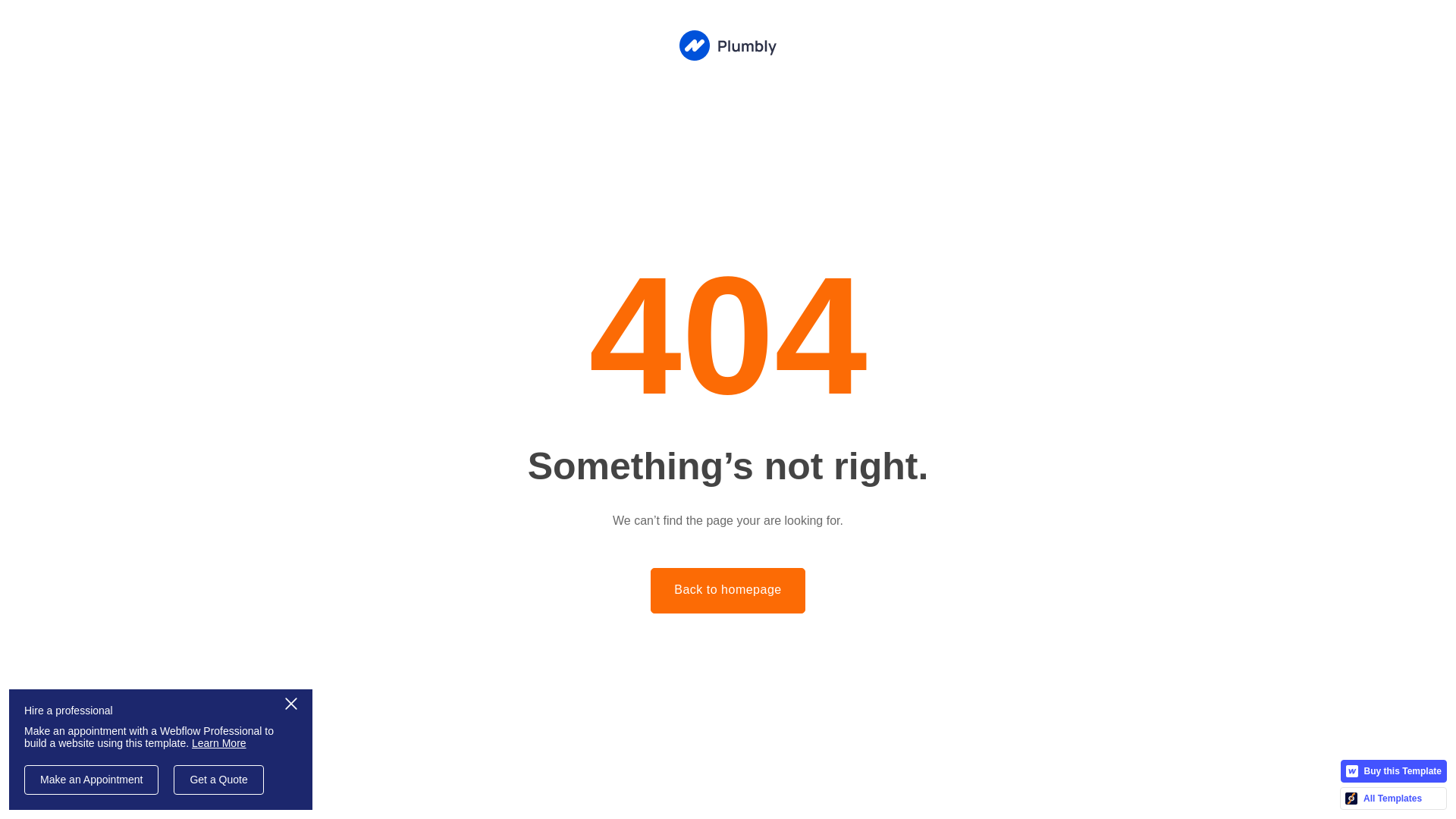 This screenshot has width=1456, height=819. Describe the element at coordinates (218, 742) in the screenshot. I see `'Learn More'` at that location.